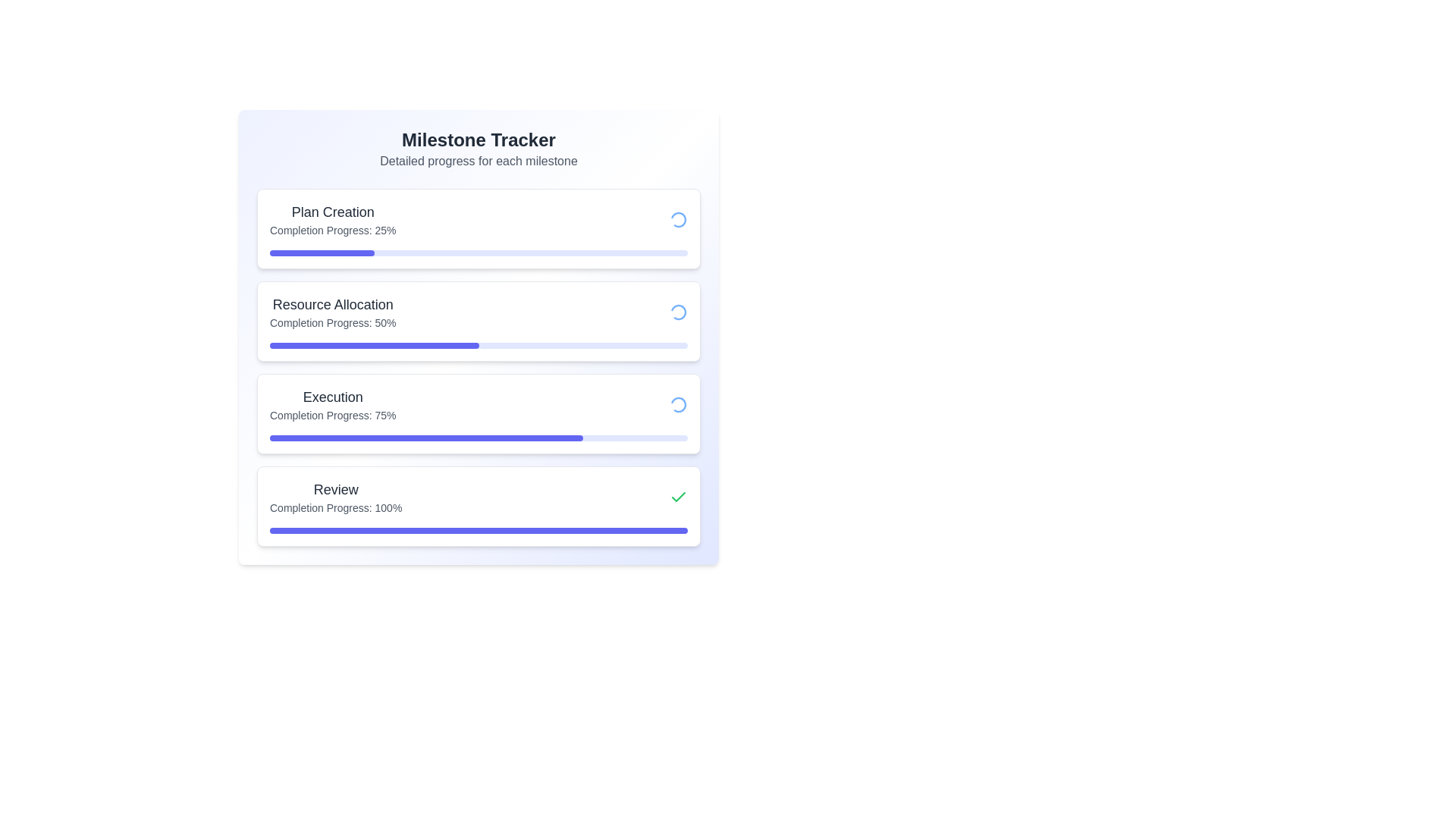 The height and width of the screenshot is (819, 1456). I want to click on the animation of the Loading Spinner located next to 'Completion Progress: 50%' and above the progress bar for the 'Resource Allocation' milestone, so click(677, 312).